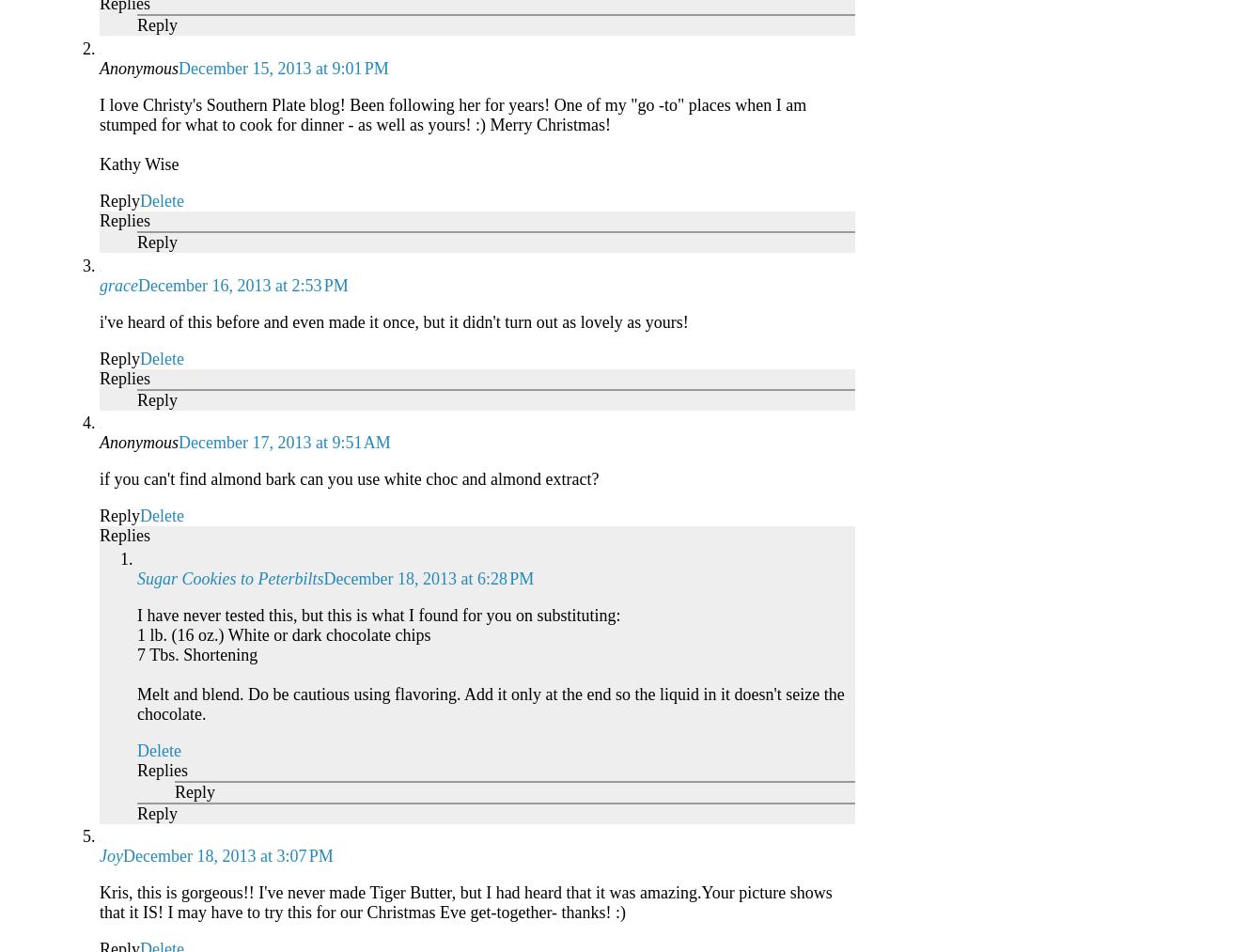 This screenshot has width=1248, height=952. What do you see at coordinates (283, 67) in the screenshot?
I see `'December 15, 2013 at 9:01 PM'` at bounding box center [283, 67].